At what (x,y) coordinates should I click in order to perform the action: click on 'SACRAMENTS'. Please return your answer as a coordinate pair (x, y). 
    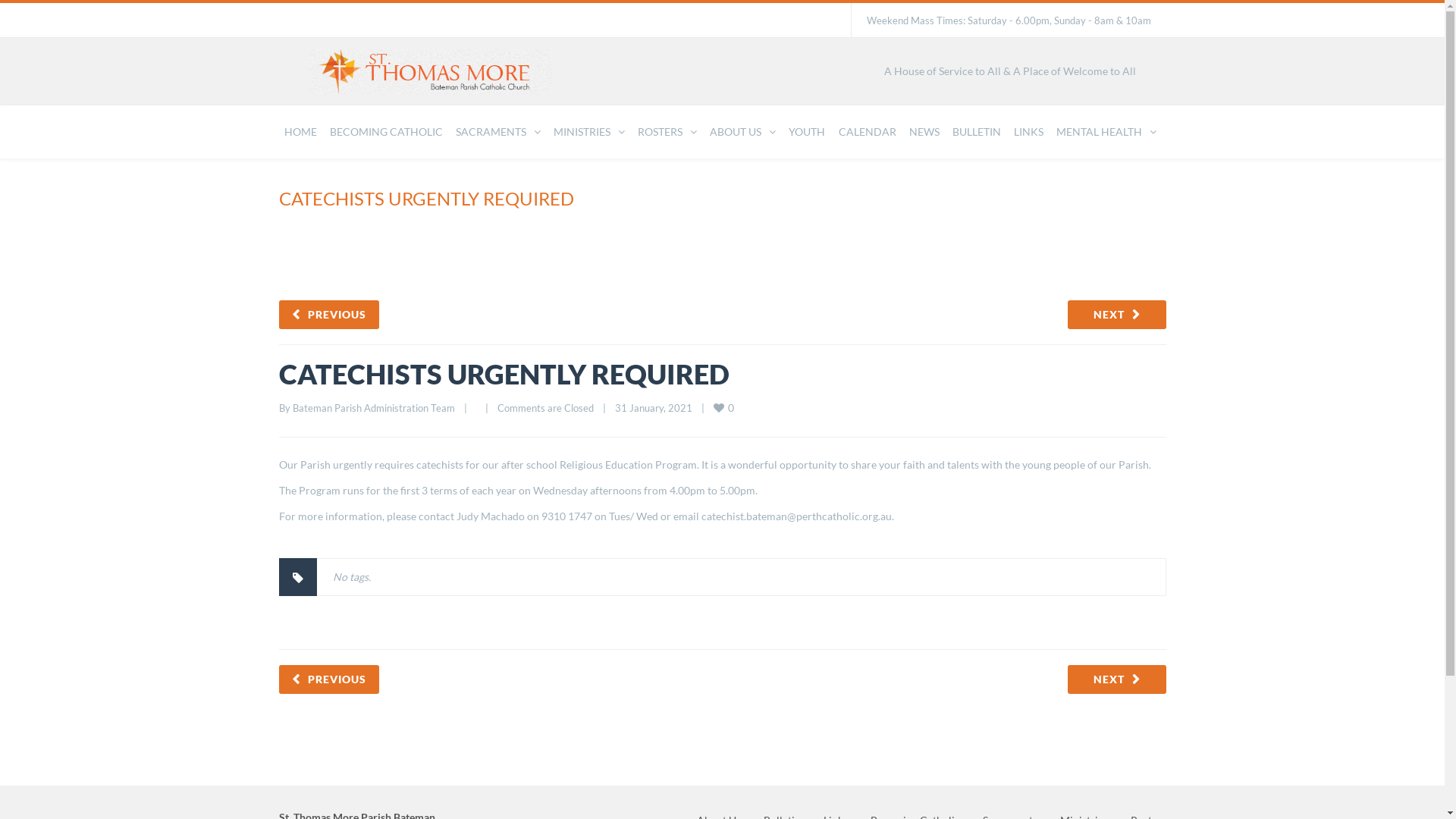
    Looking at the image, I should click on (498, 130).